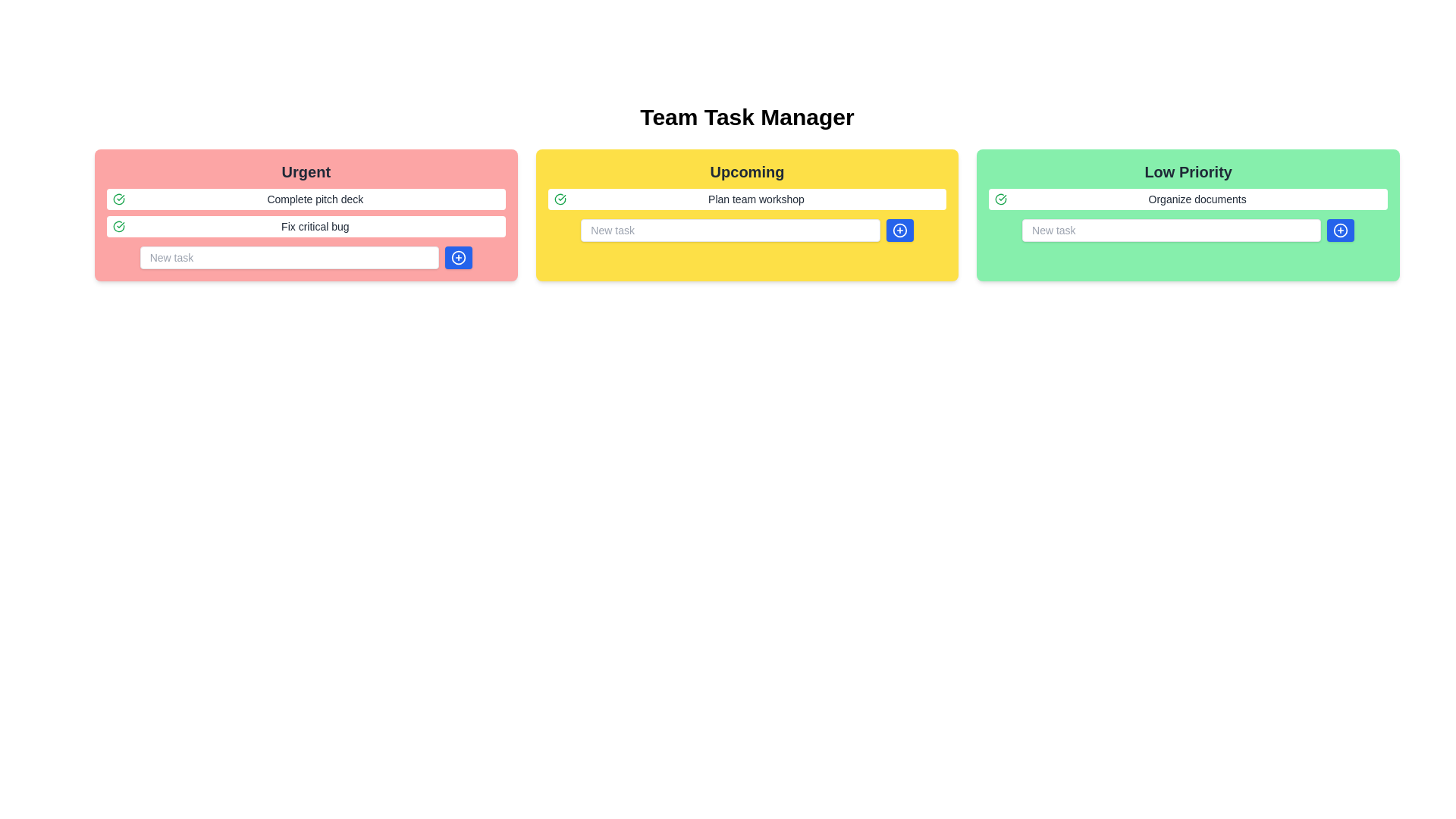 The width and height of the screenshot is (1456, 819). Describe the element at coordinates (747, 116) in the screenshot. I see `the 'Team Task Manager' text label located at the top of the interface, which is styled in bold and large font size` at that location.